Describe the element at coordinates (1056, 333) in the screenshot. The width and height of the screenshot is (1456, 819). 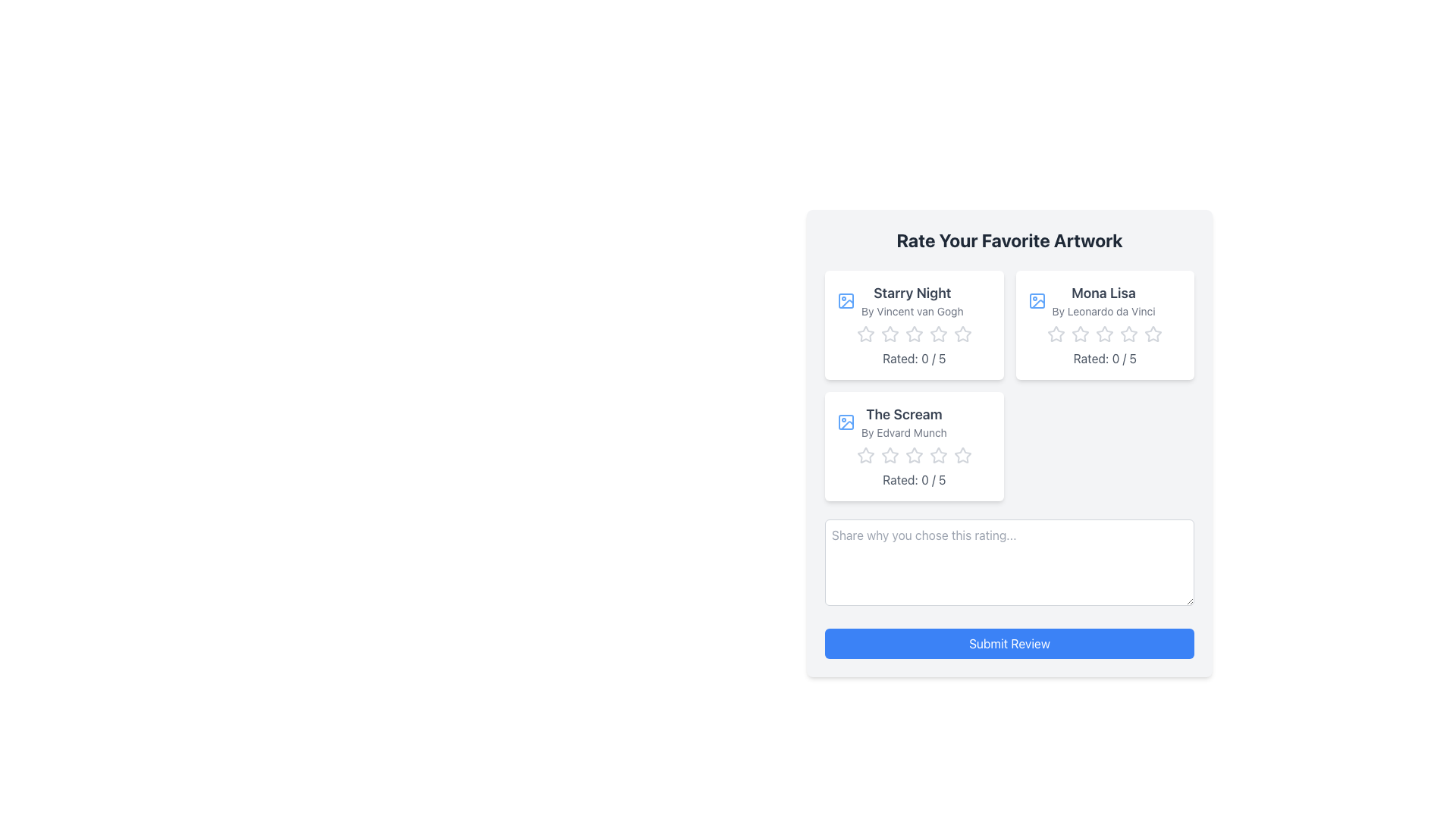
I see `the first star icon in the five-star rating system for 'Mona Lisa by Leonardo da Vinci'` at that location.